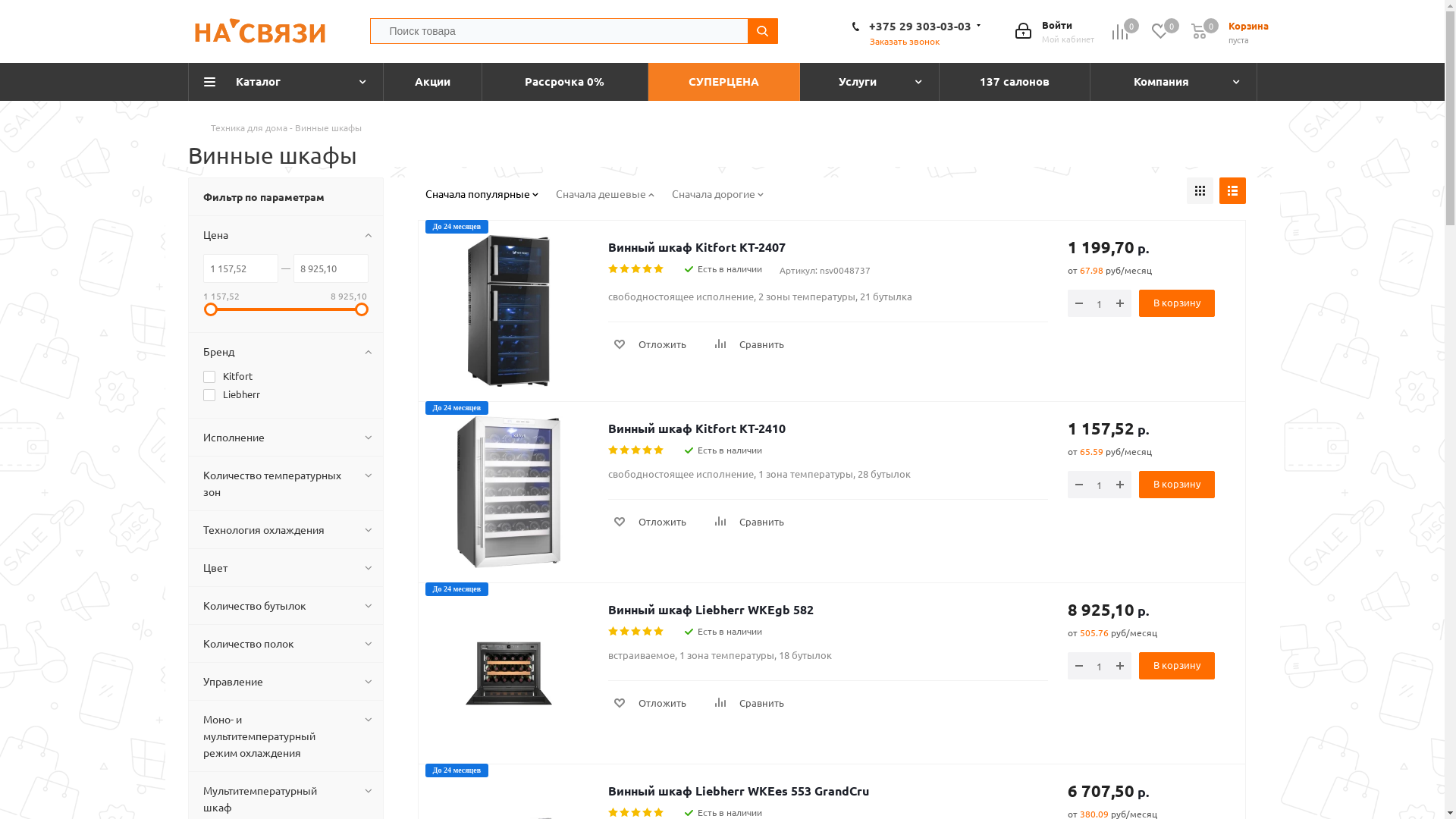  Describe the element at coordinates (636, 268) in the screenshot. I see `'3'` at that location.